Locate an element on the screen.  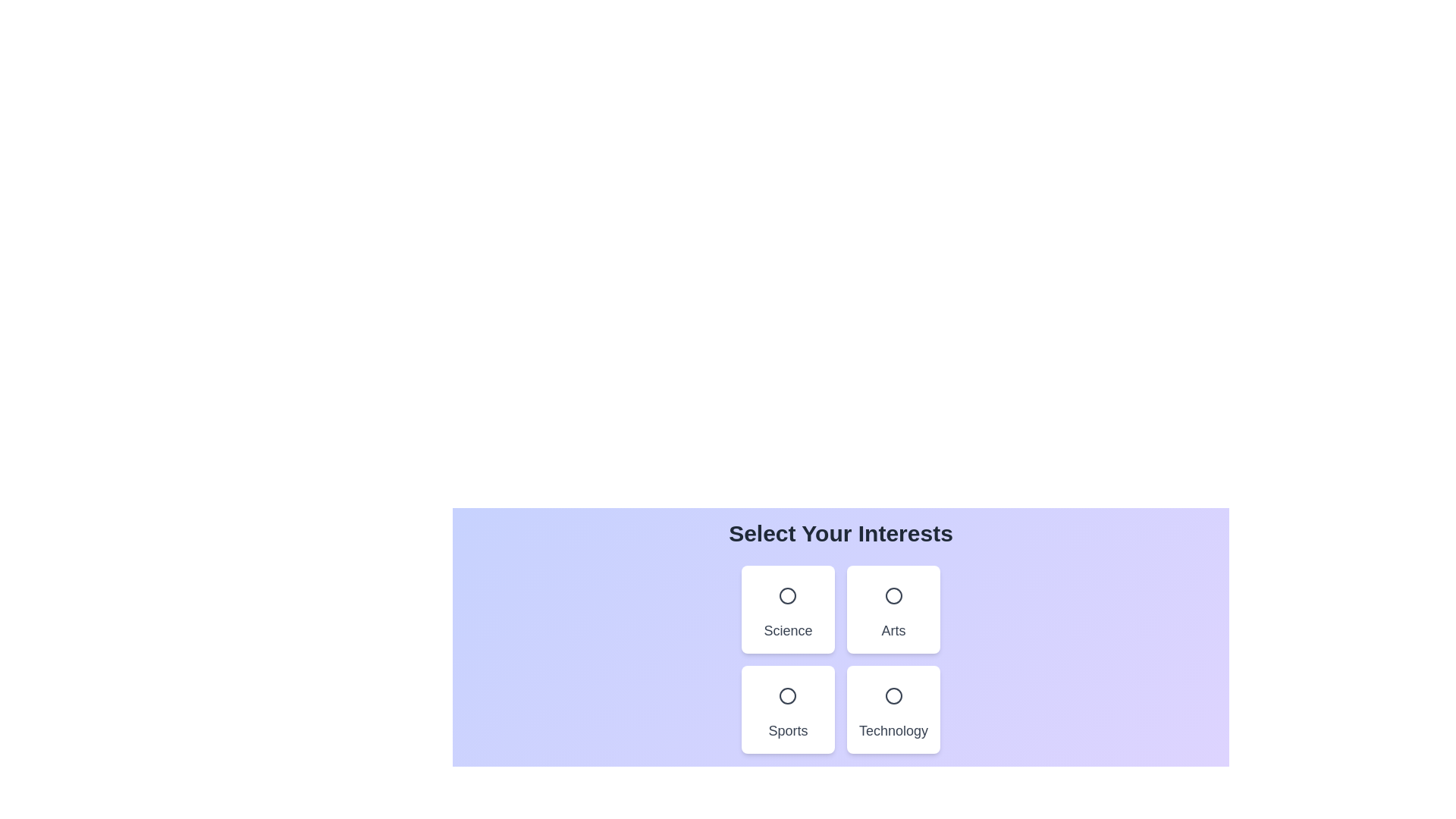
the category Science by clicking on it is located at coordinates (787, 608).